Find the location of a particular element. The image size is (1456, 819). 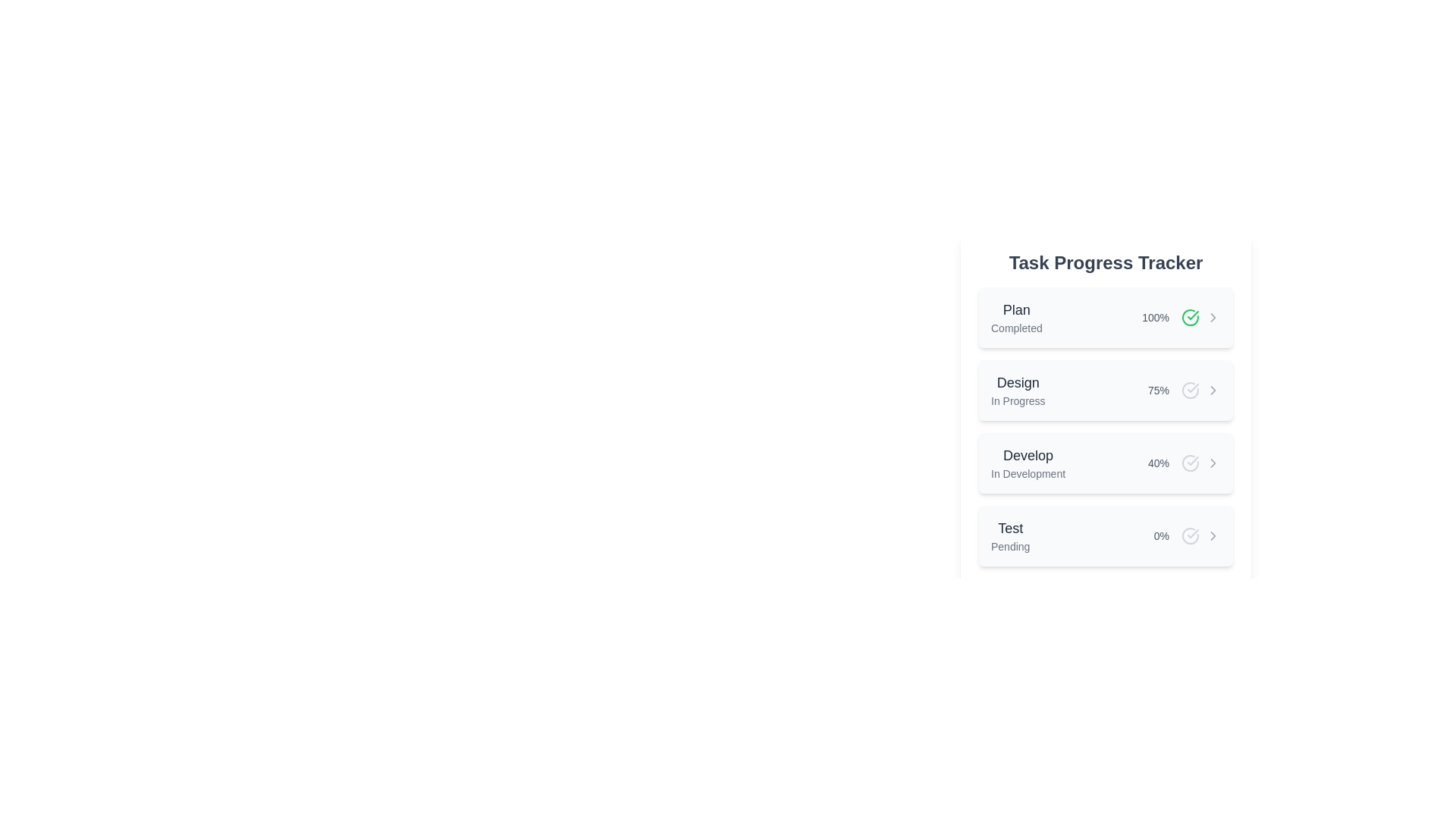

task title 'Design' and progress status 'In Progress' with progress percentage '75%' from the Informational Panel located inside the 'Task Progress Tracker' group, positioned second in the stacked layout is located at coordinates (1106, 408).